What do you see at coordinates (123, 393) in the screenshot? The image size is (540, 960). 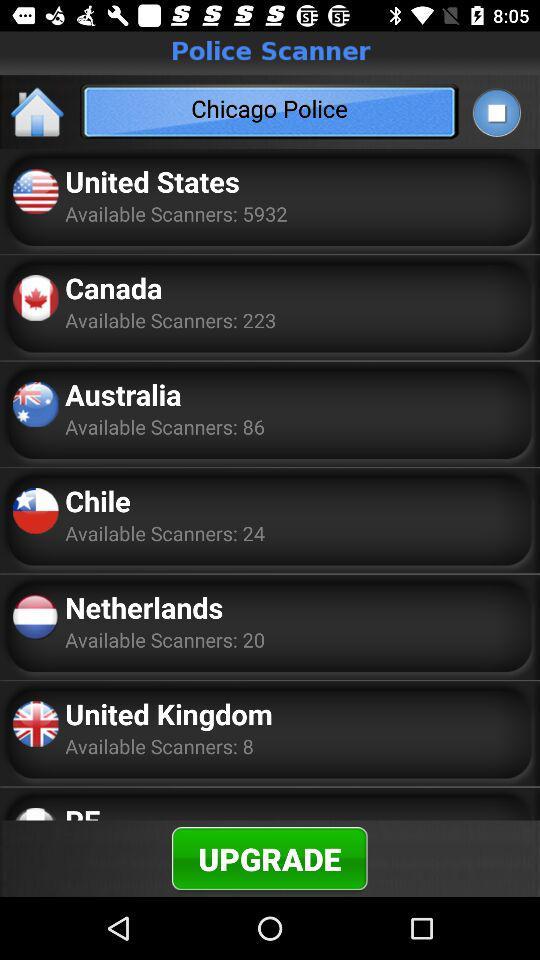 I see `the icon below the available scanners: 223 app` at bounding box center [123, 393].